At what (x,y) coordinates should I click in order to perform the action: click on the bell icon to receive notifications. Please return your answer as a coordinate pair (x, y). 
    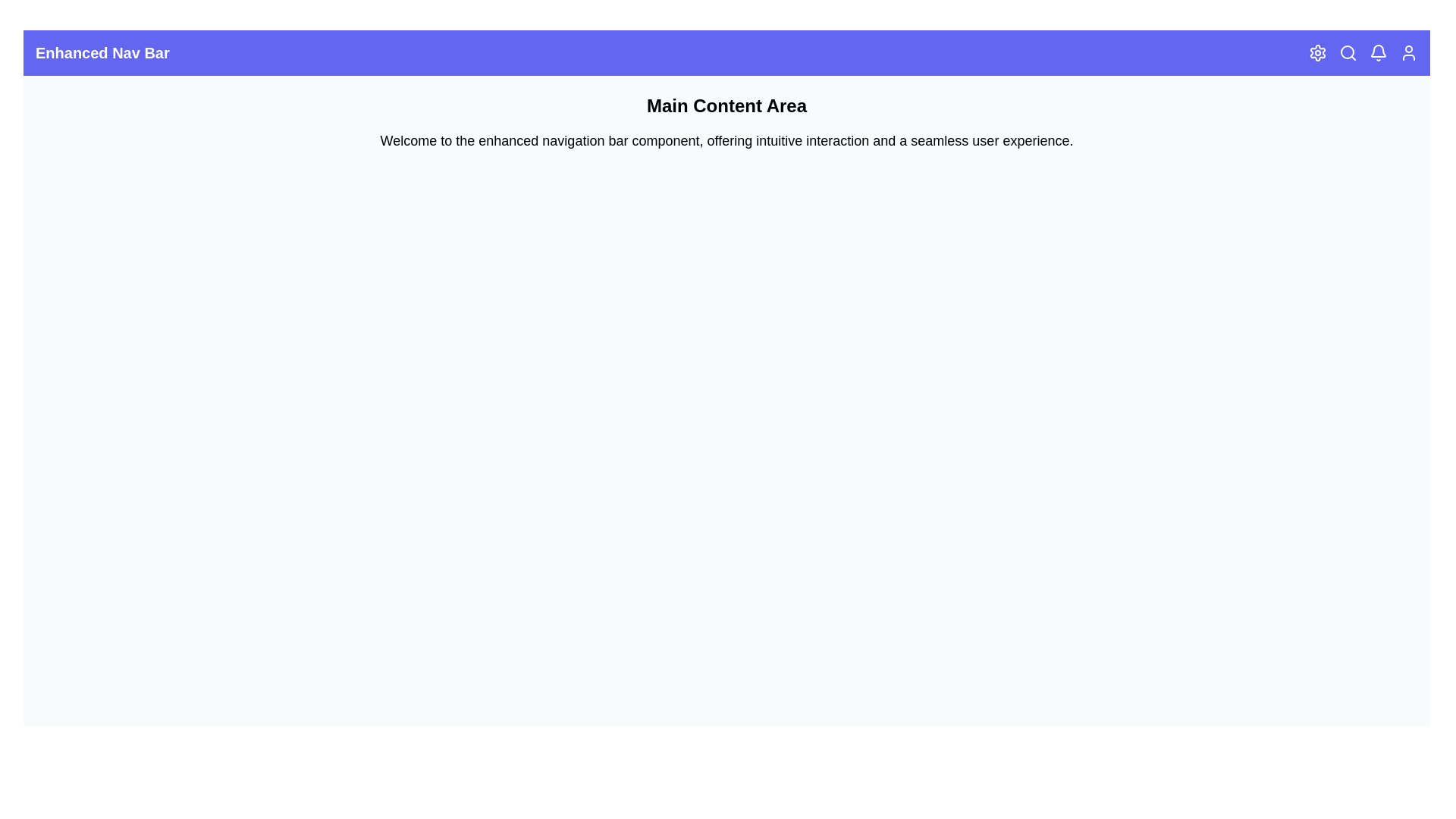
    Looking at the image, I should click on (1379, 52).